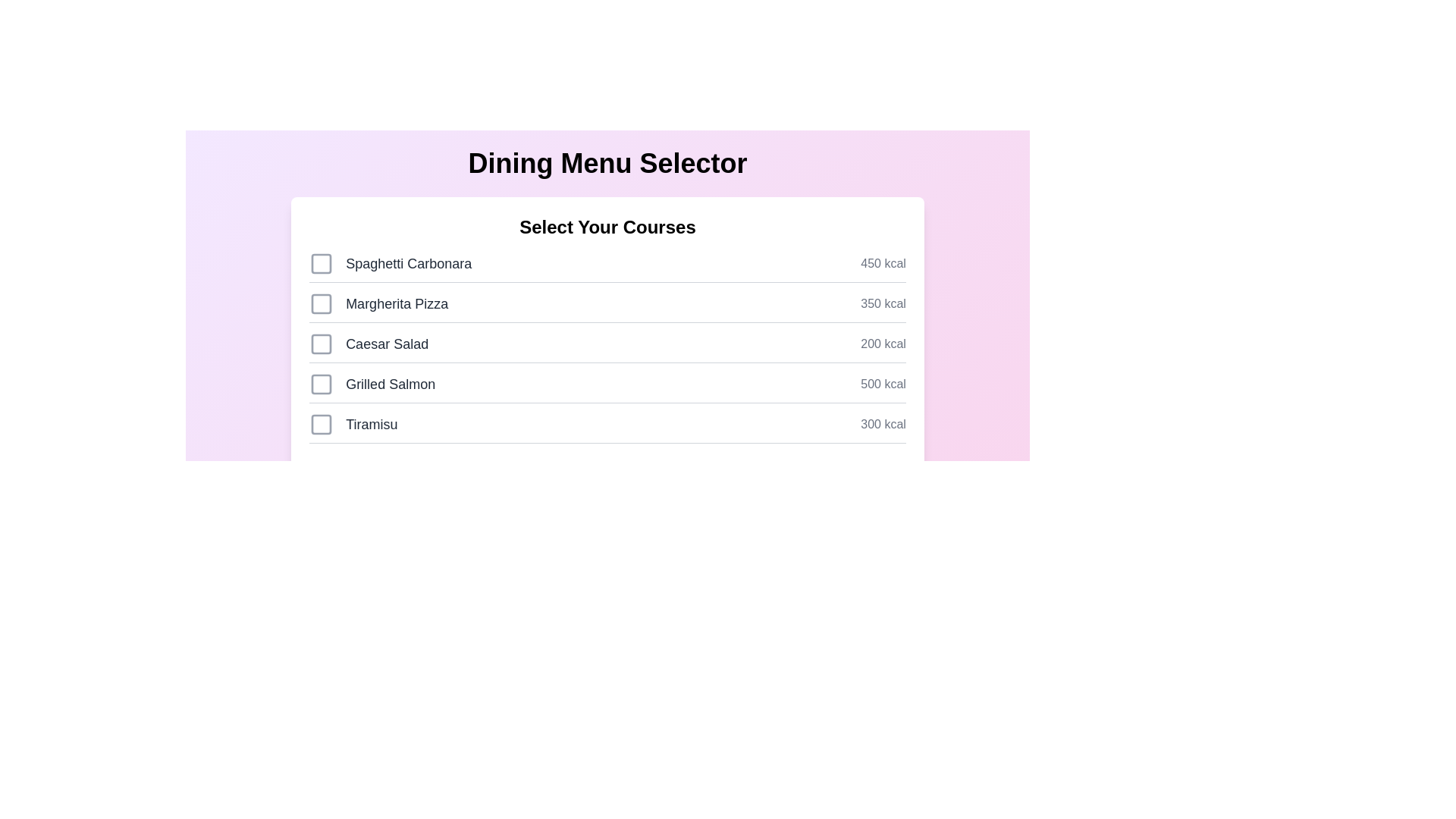 This screenshot has height=819, width=1456. I want to click on the checkbox for the dish Margherita Pizza, so click(321, 304).